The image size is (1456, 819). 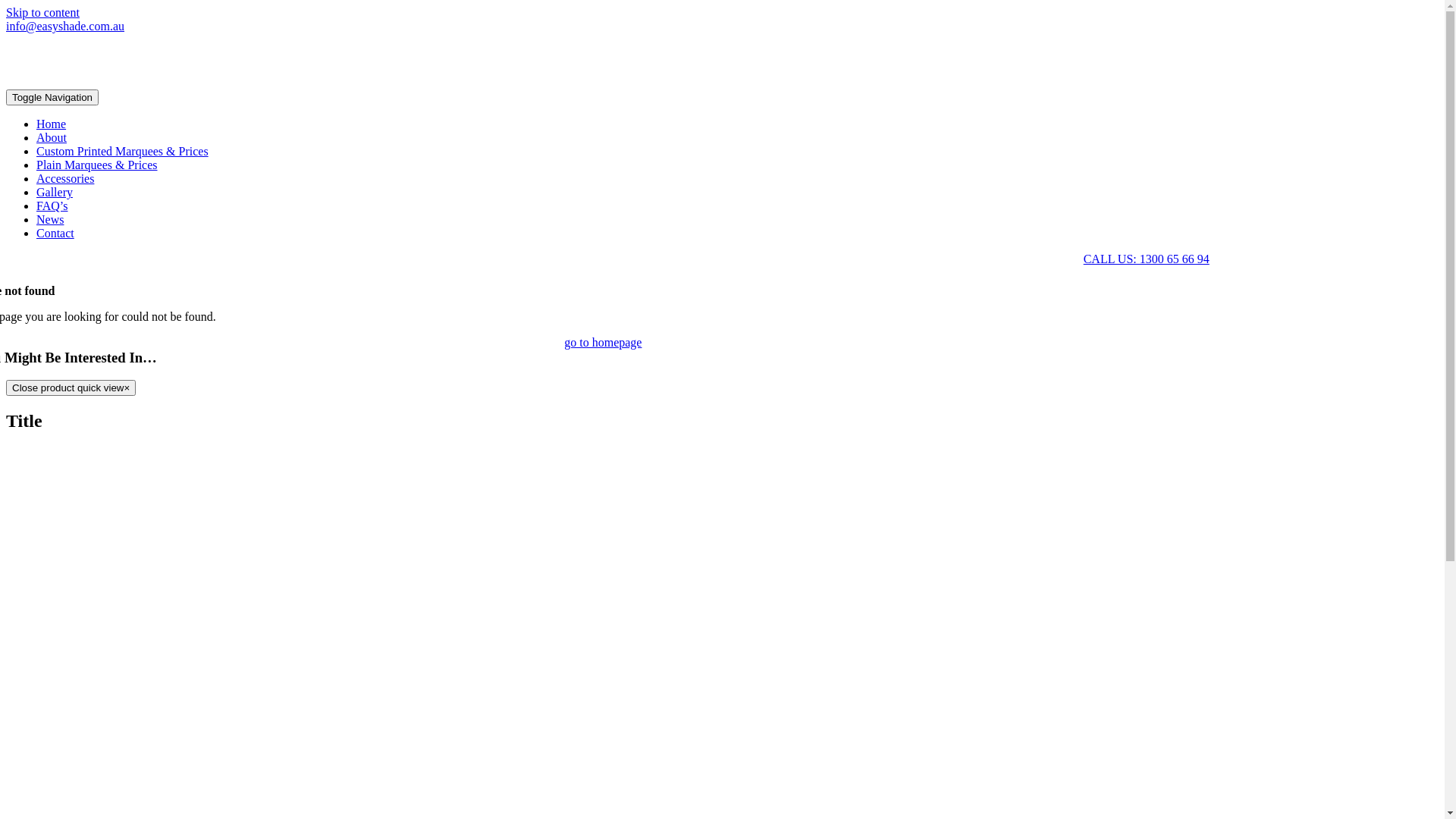 I want to click on 'Gallery', so click(x=55, y=191).